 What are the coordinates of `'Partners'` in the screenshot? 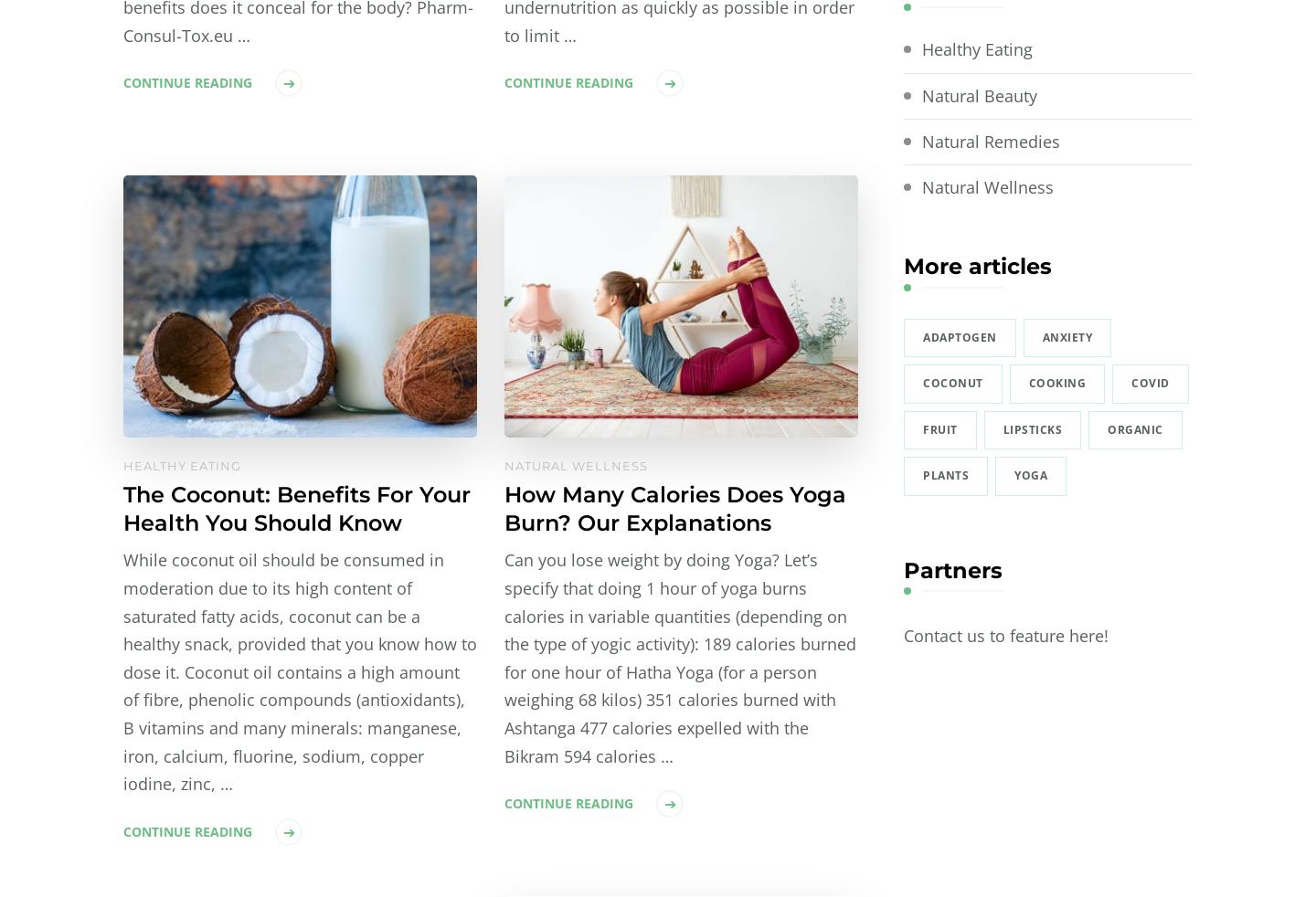 It's located at (952, 568).